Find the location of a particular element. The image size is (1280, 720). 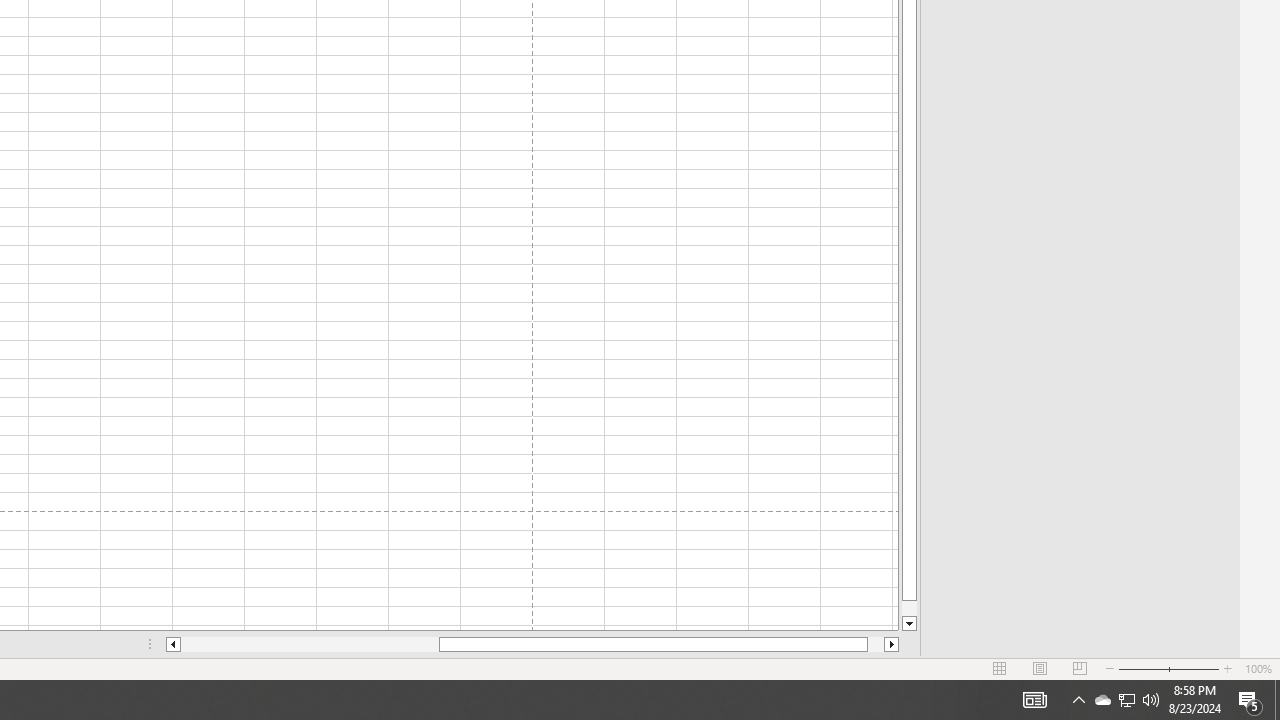

'AutomationID: 4105' is located at coordinates (1034, 698).